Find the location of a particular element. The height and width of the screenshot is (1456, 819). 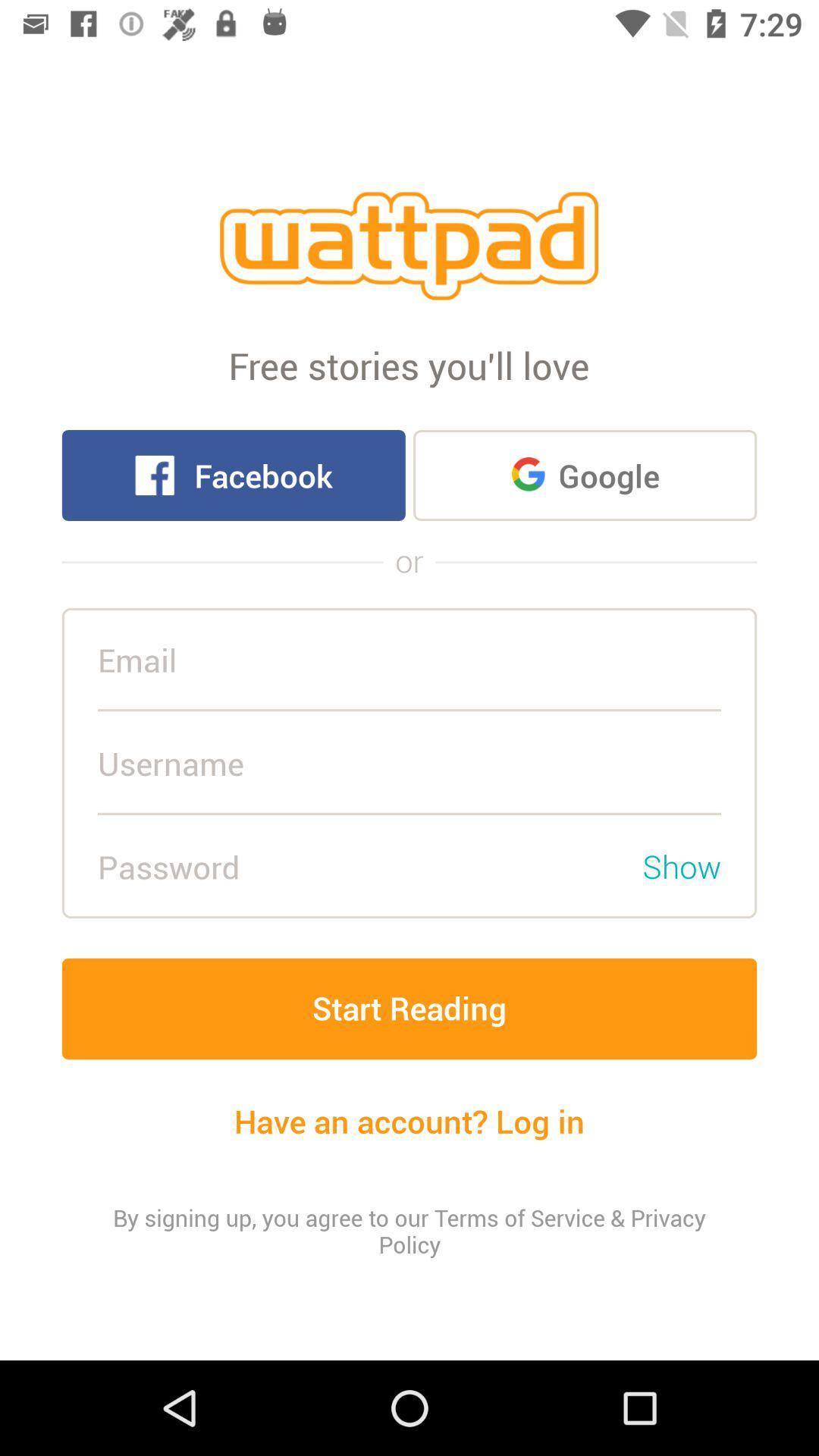

the declaration text at the bottom is located at coordinates (409, 1231).